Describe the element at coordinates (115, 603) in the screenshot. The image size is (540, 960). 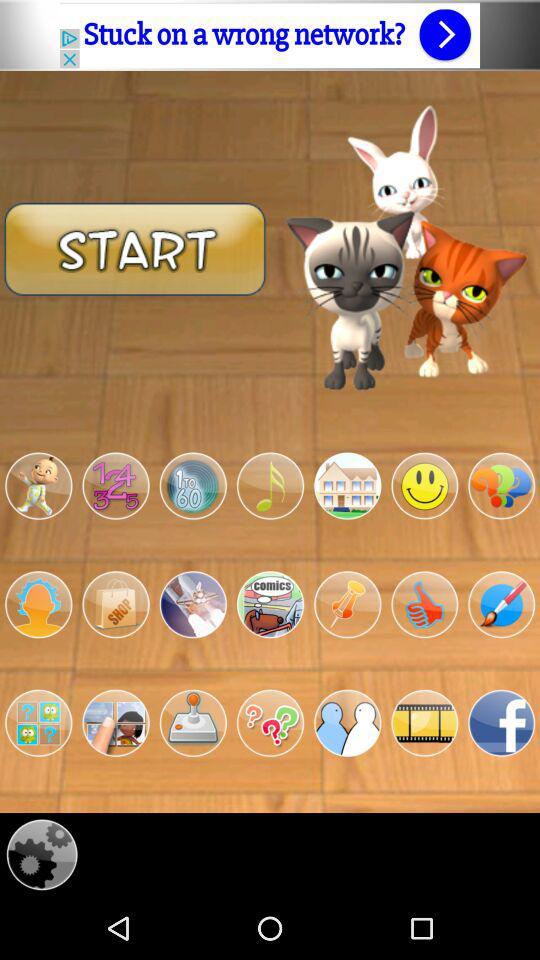
I see `the shop` at that location.